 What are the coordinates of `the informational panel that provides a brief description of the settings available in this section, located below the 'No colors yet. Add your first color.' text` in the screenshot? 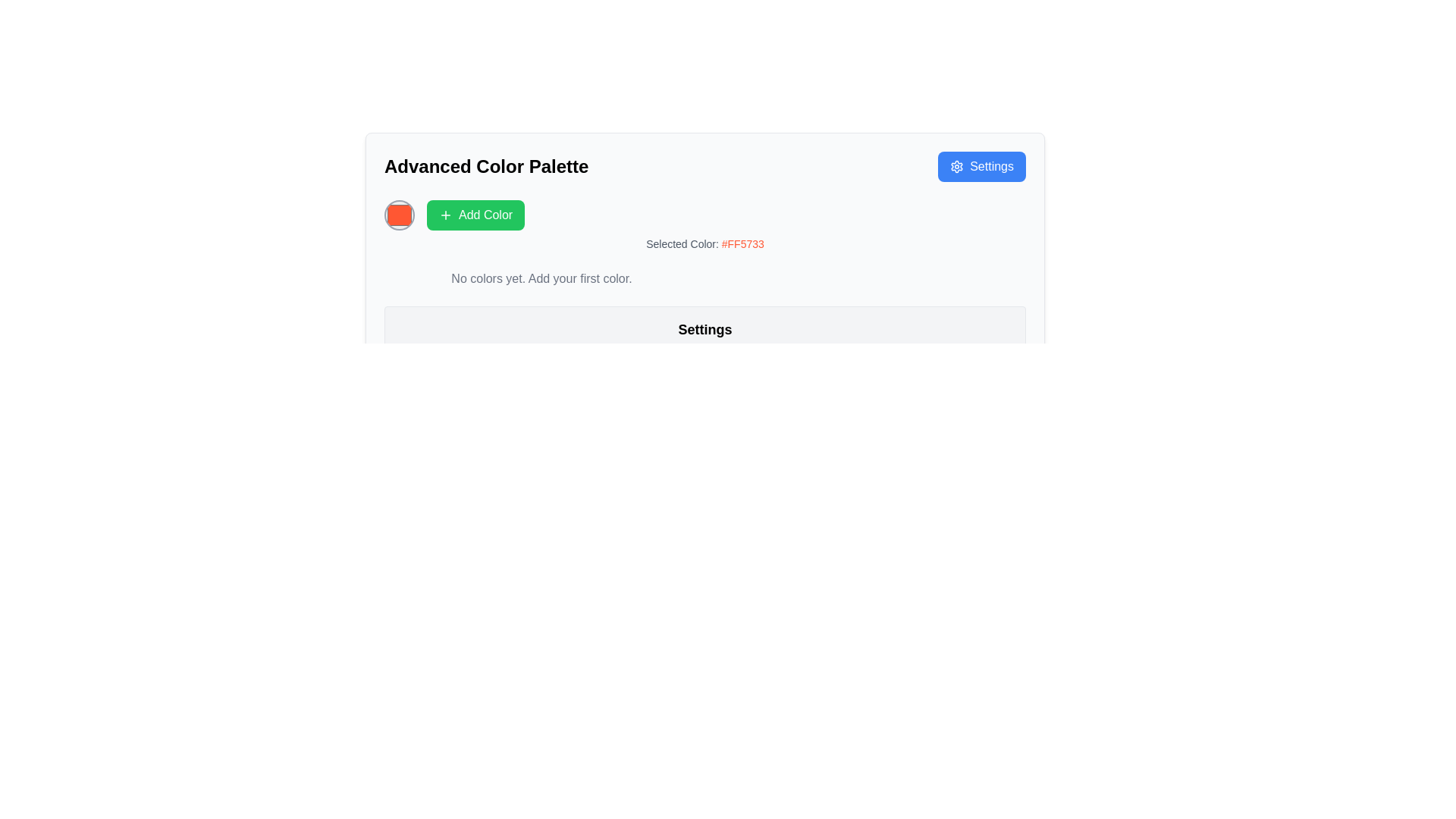 It's located at (704, 339).